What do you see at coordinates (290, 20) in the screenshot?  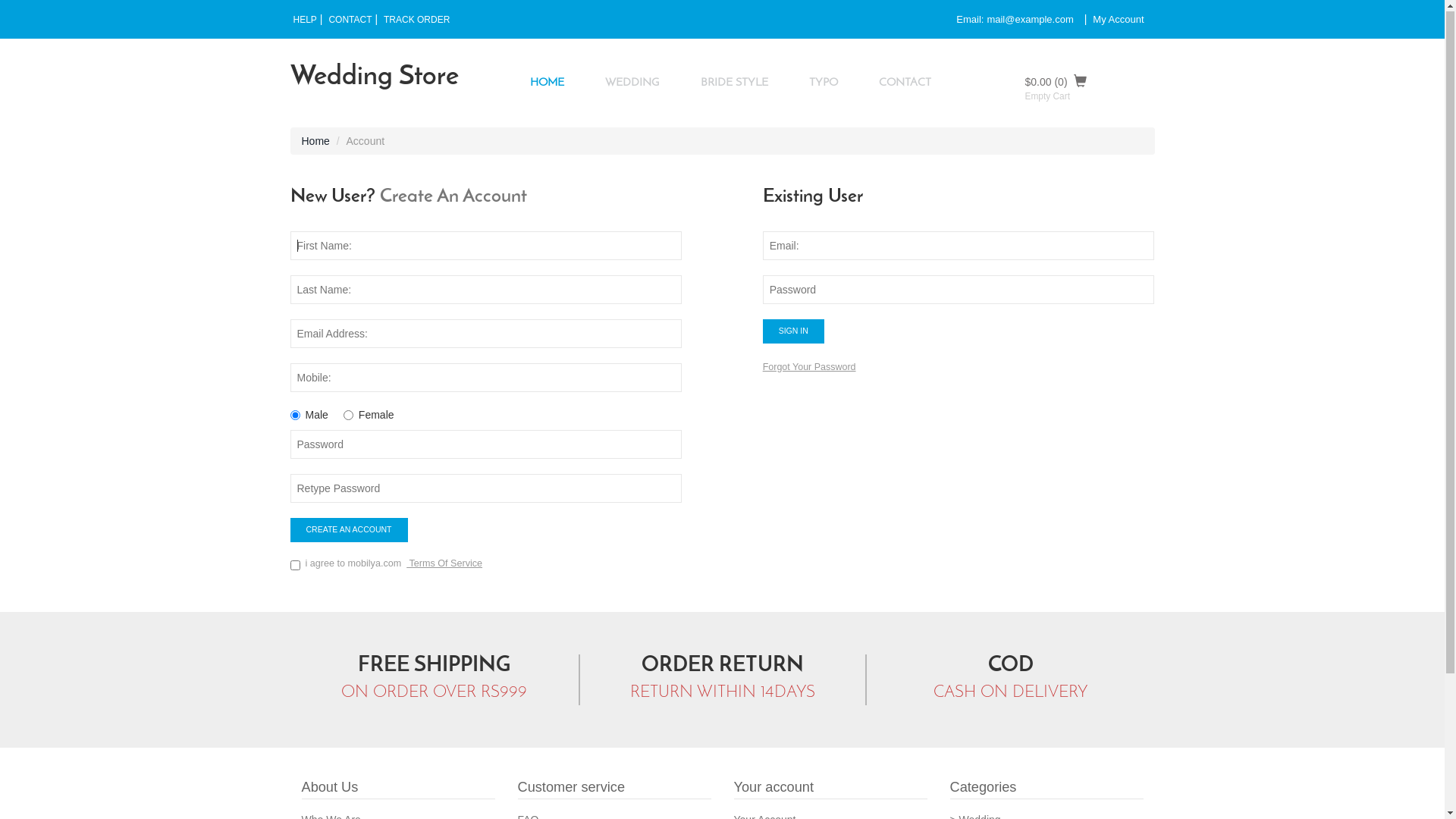 I see `'HELP'` at bounding box center [290, 20].